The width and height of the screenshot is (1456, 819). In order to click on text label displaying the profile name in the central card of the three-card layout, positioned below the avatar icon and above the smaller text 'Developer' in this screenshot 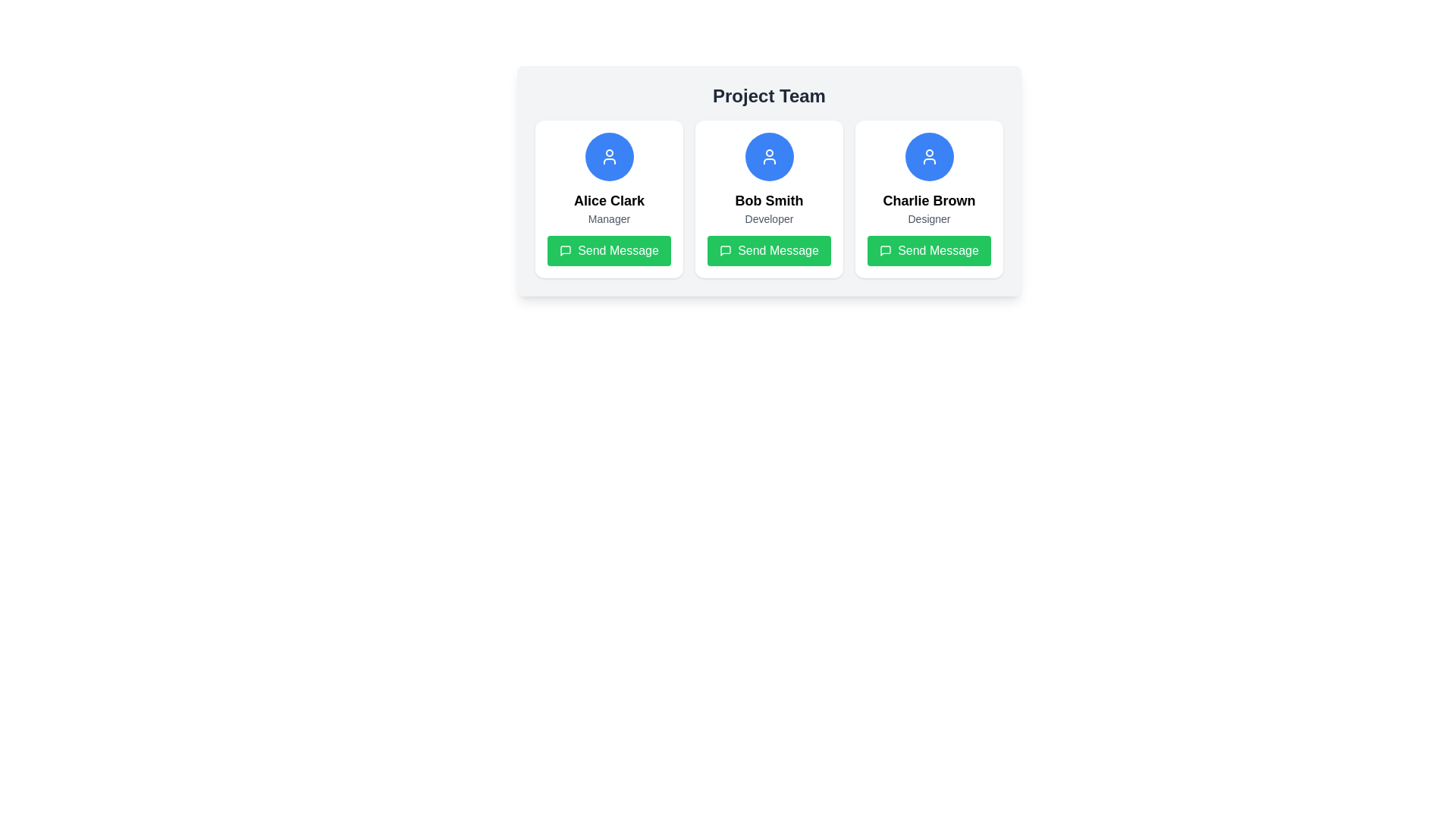, I will do `click(769, 200)`.